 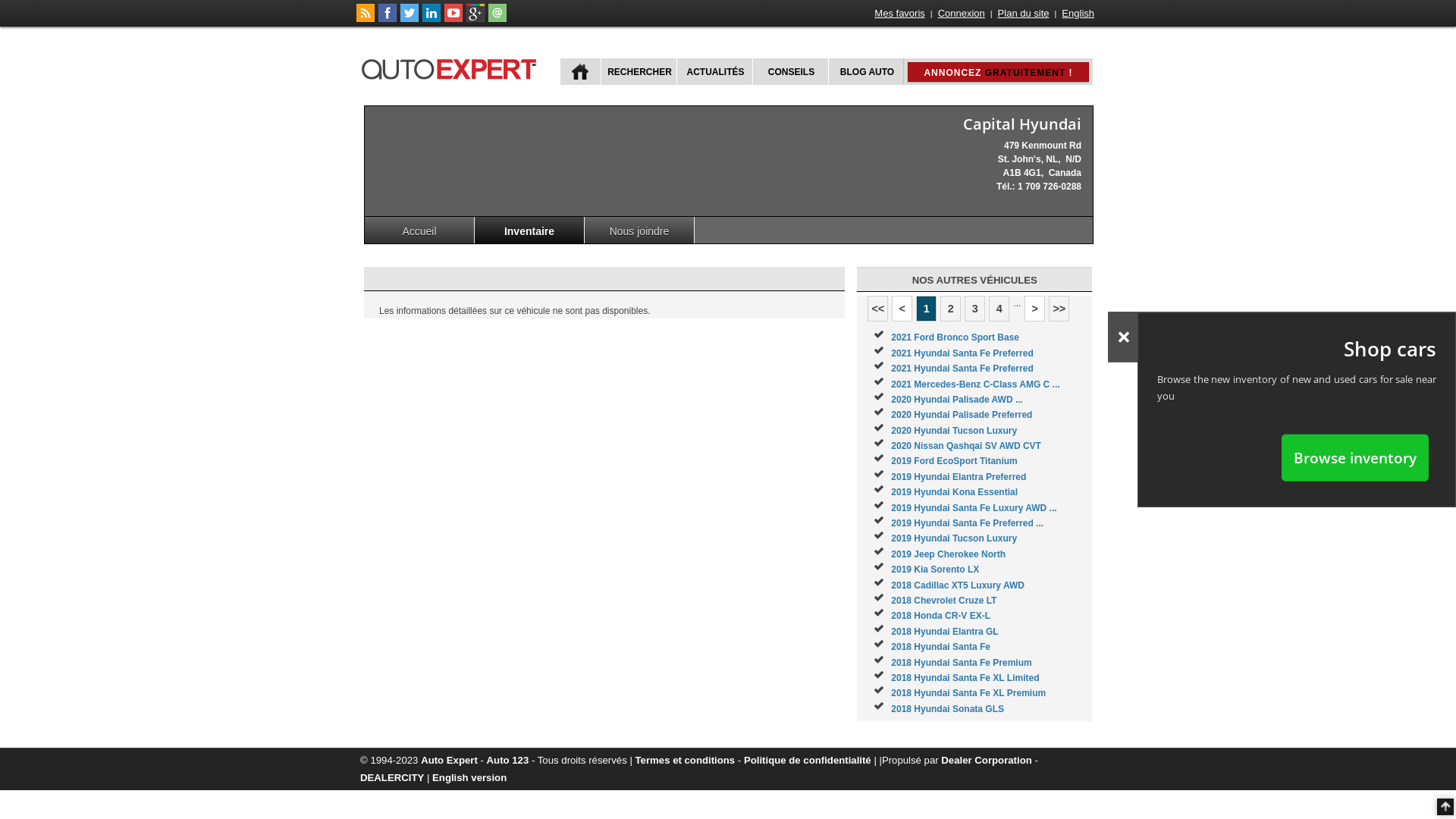 What do you see at coordinates (961, 369) in the screenshot?
I see `'2021 Hyundai Santa Fe Preferred'` at bounding box center [961, 369].